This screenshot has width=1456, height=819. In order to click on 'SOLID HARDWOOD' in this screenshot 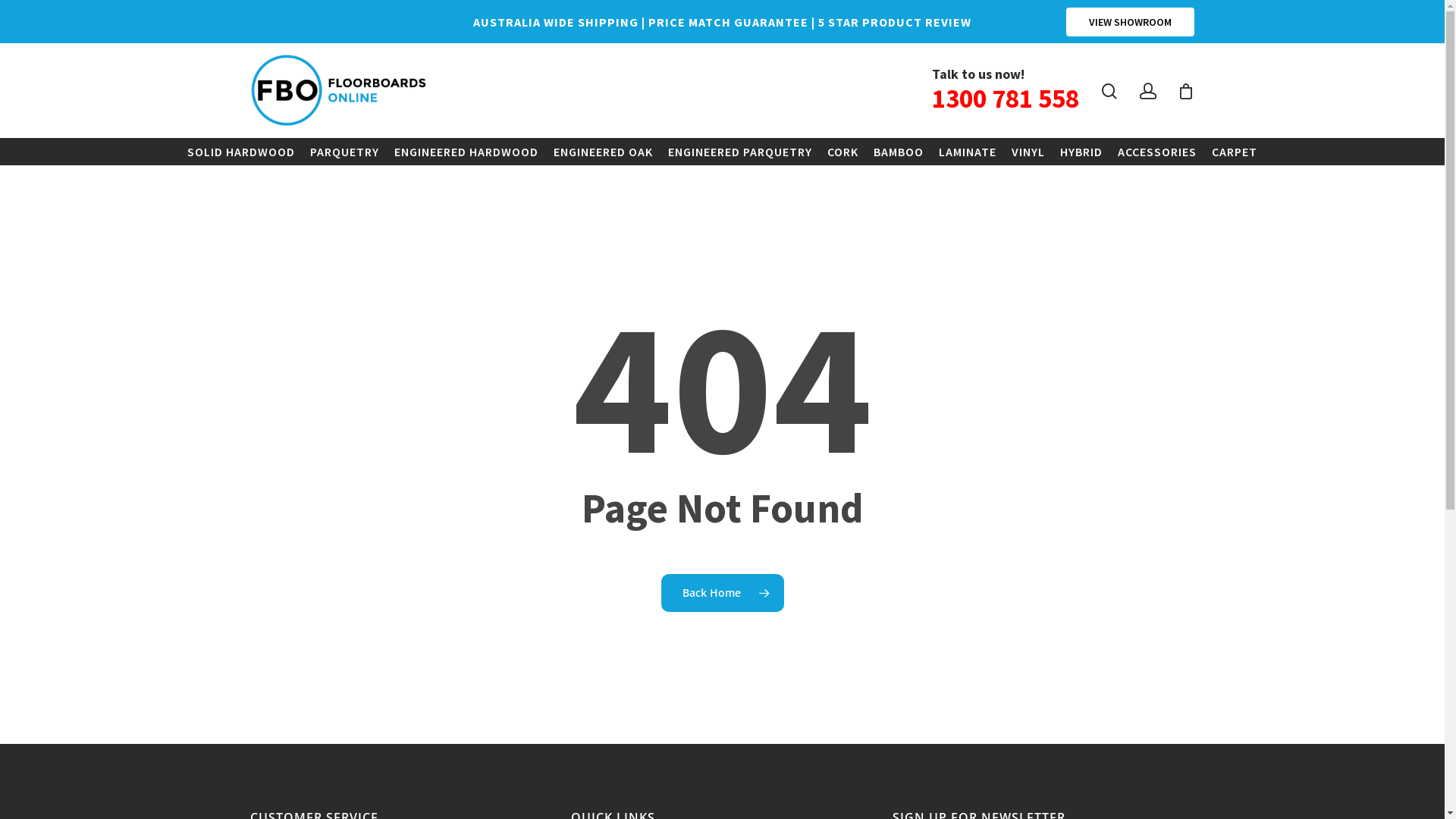, I will do `click(179, 152)`.